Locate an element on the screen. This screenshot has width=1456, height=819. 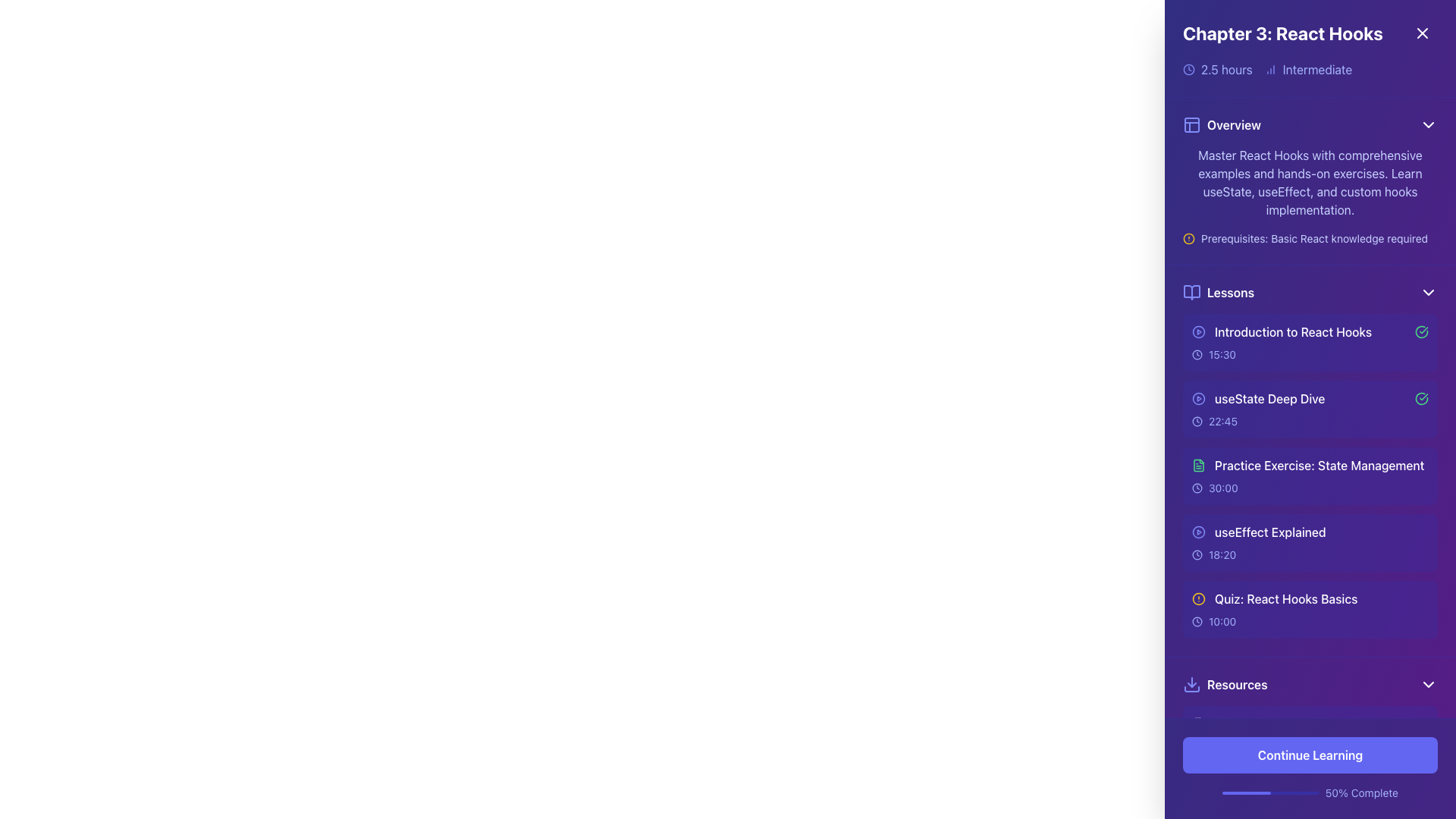
the lesson titled 'useState Deep Dive' located in the 'Lessons' section under 'Chapter 3: React Hooks' is located at coordinates (1310, 397).